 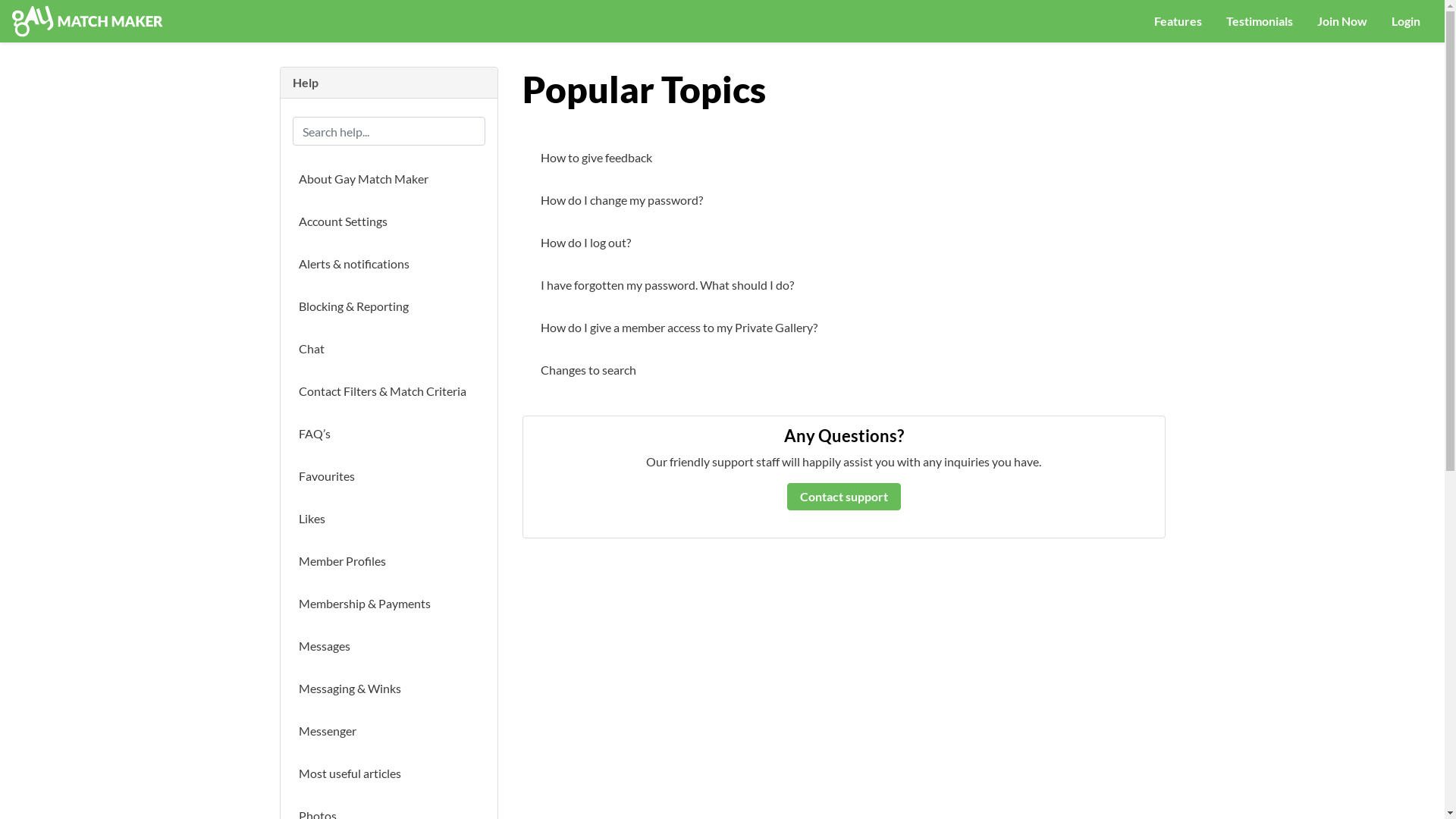 I want to click on 'Login', so click(x=1404, y=20).